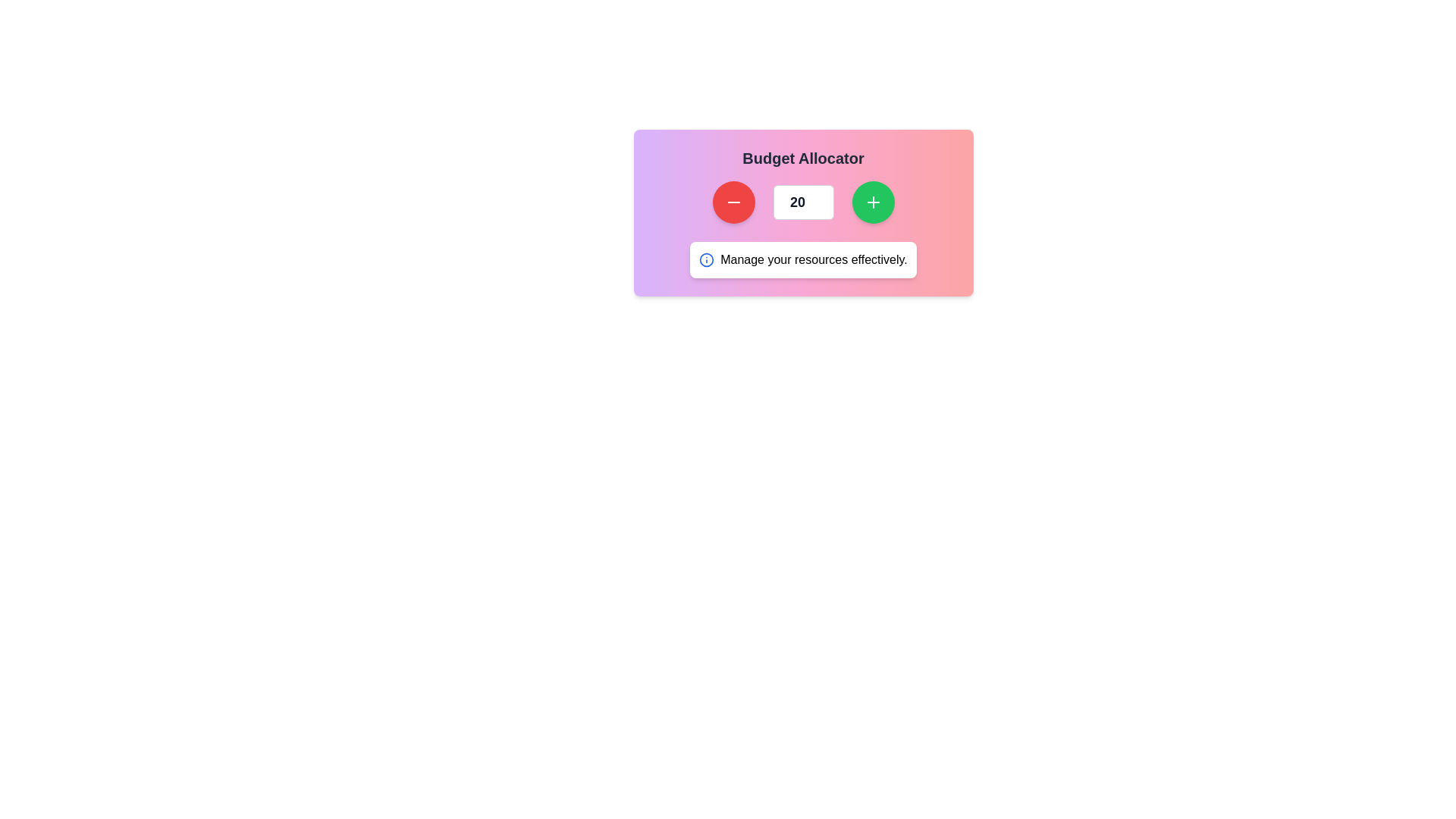  Describe the element at coordinates (873, 201) in the screenshot. I see `the green circular button with a white plus icon located at the top-right of the primary interface section` at that location.